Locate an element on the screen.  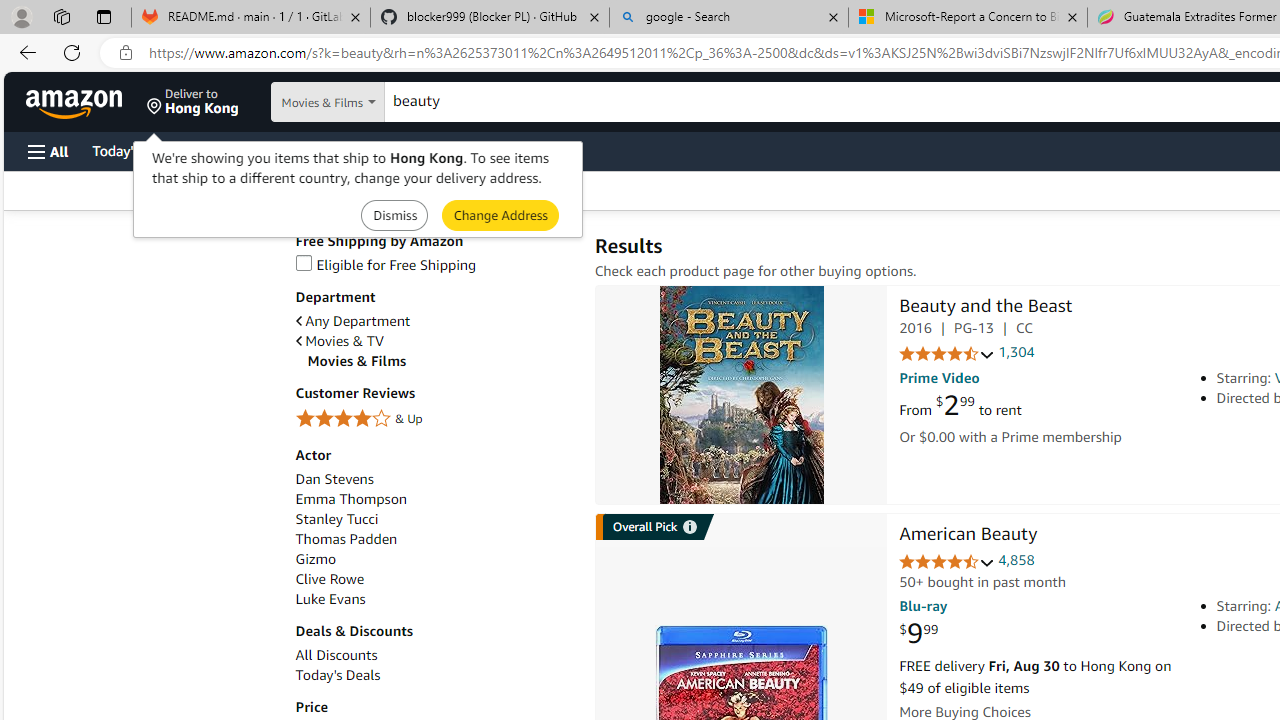
'4,858' is located at coordinates (1016, 560).